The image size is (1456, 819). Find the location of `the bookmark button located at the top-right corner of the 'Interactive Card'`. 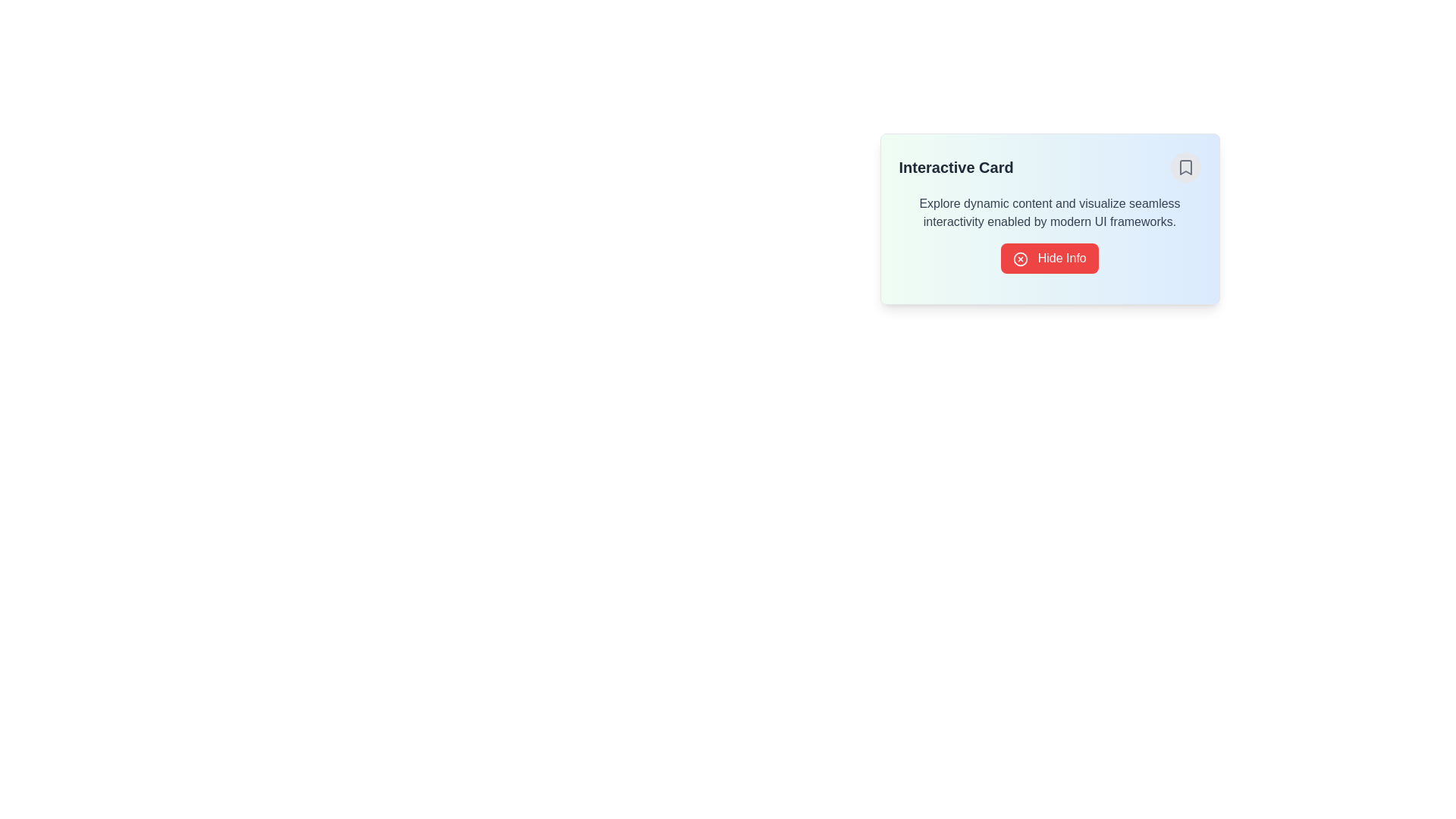

the bookmark button located at the top-right corner of the 'Interactive Card' is located at coordinates (1185, 167).